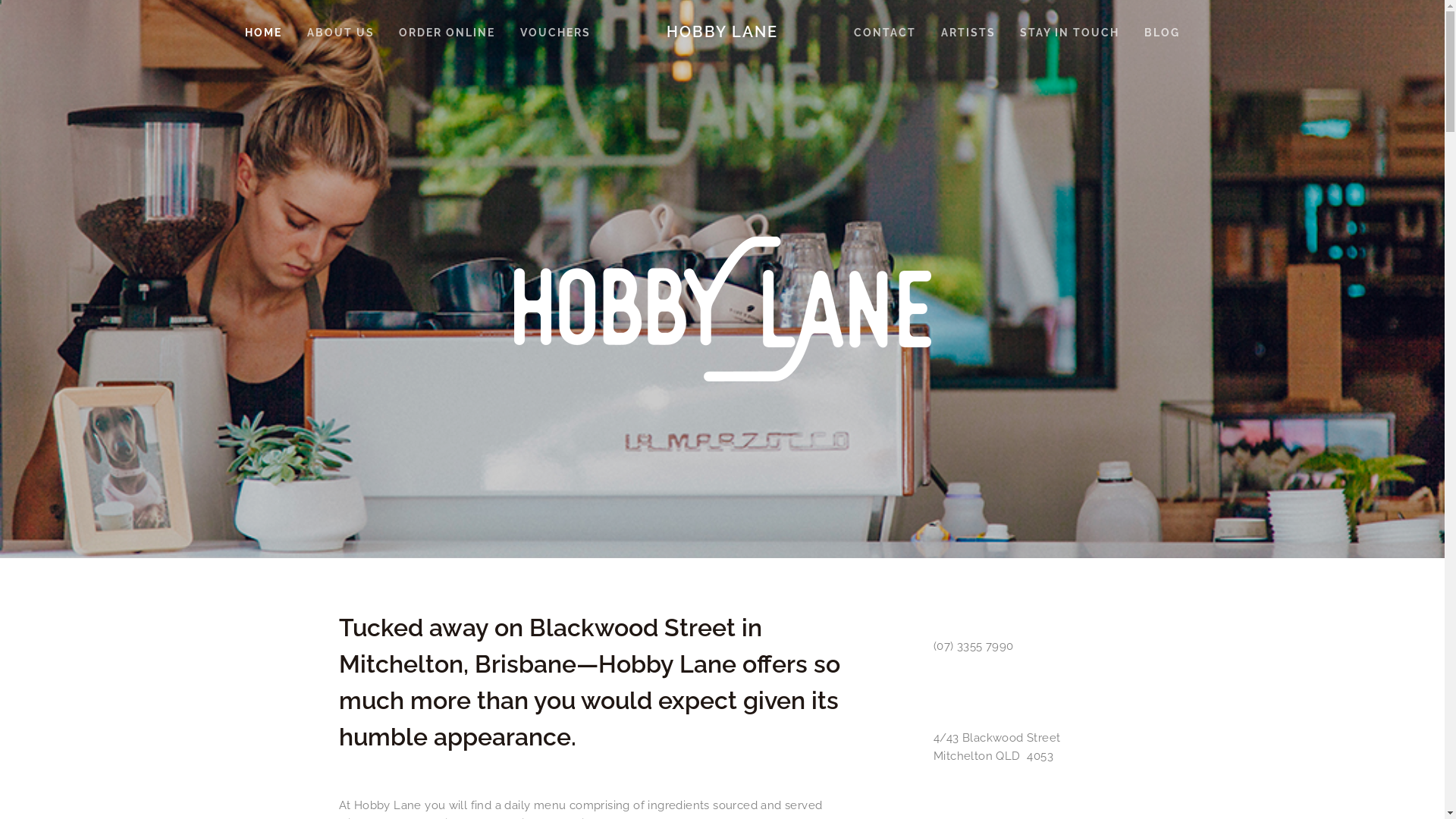 The height and width of the screenshot is (819, 1456). I want to click on 'STAY IN TOUCH', so click(1068, 32).